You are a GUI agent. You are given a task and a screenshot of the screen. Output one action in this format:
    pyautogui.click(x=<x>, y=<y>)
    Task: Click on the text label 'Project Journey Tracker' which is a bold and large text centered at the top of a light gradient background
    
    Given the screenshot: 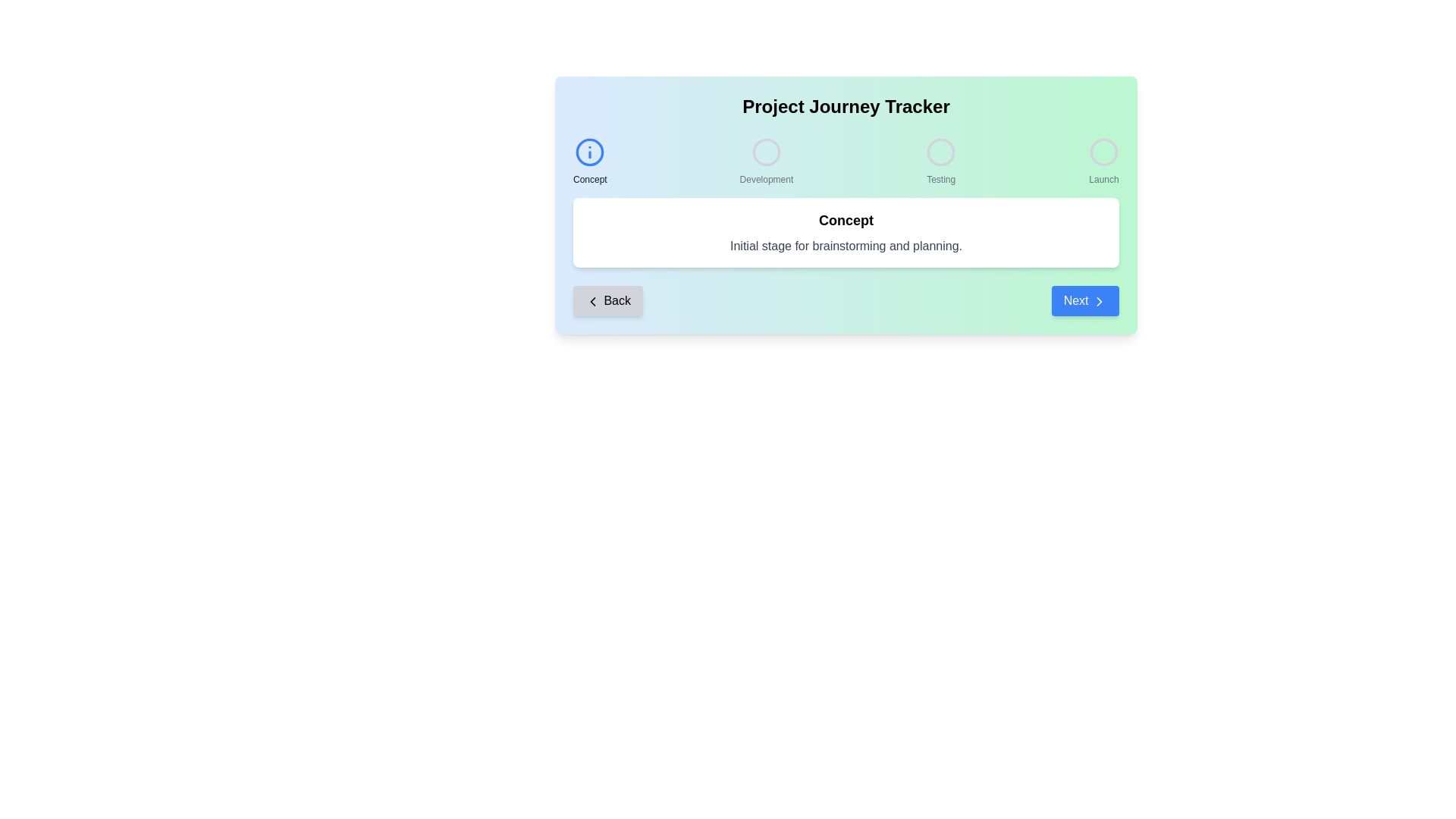 What is the action you would take?
    pyautogui.click(x=846, y=106)
    